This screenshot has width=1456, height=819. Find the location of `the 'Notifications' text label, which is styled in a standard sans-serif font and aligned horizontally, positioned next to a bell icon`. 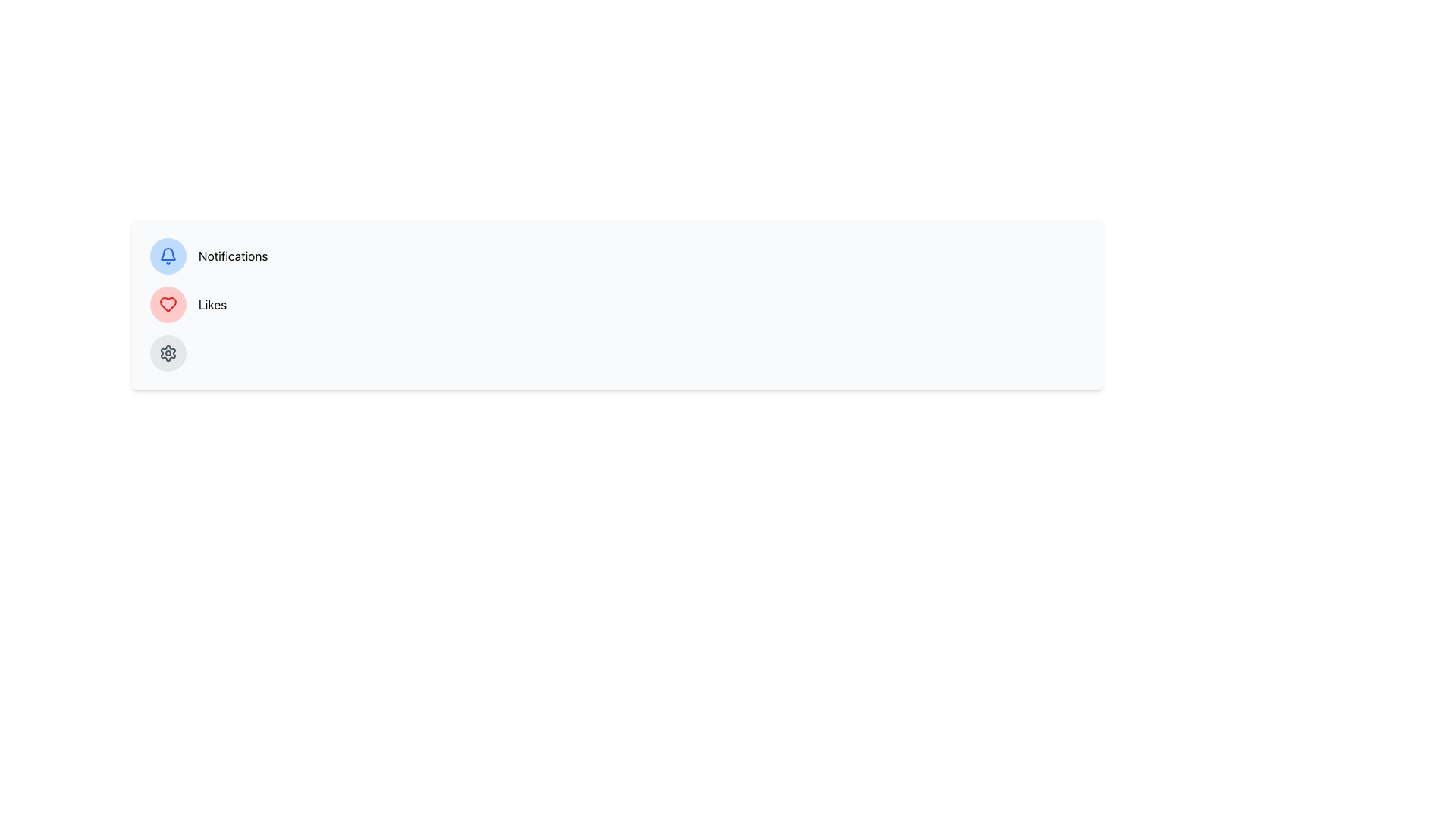

the 'Notifications' text label, which is styled in a standard sans-serif font and aligned horizontally, positioned next to a bell icon is located at coordinates (232, 256).